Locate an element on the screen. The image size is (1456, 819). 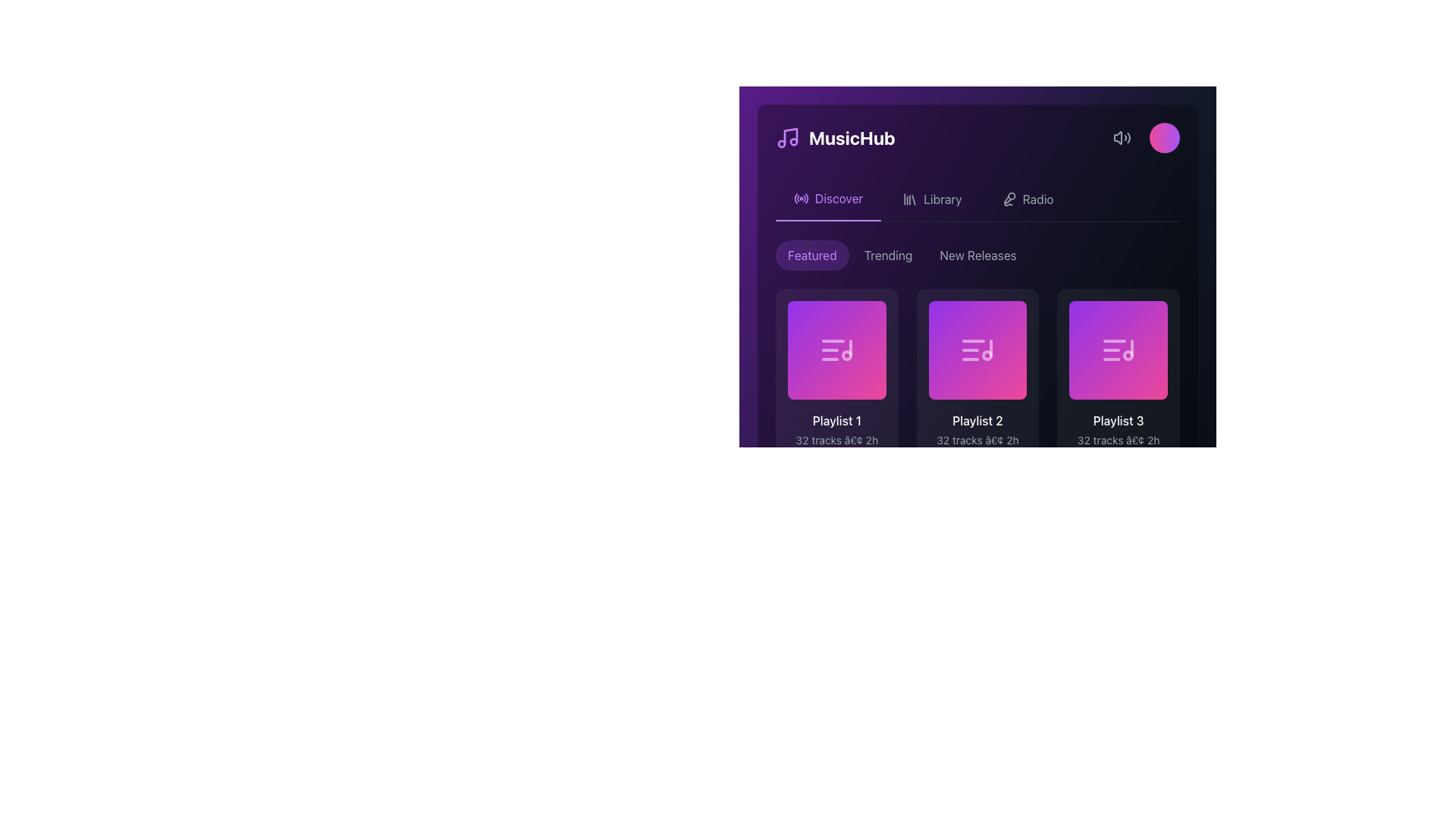
text label that informs users about the duration and number of tracks in the playlist, located under 'Playlist 3' is located at coordinates (1119, 447).